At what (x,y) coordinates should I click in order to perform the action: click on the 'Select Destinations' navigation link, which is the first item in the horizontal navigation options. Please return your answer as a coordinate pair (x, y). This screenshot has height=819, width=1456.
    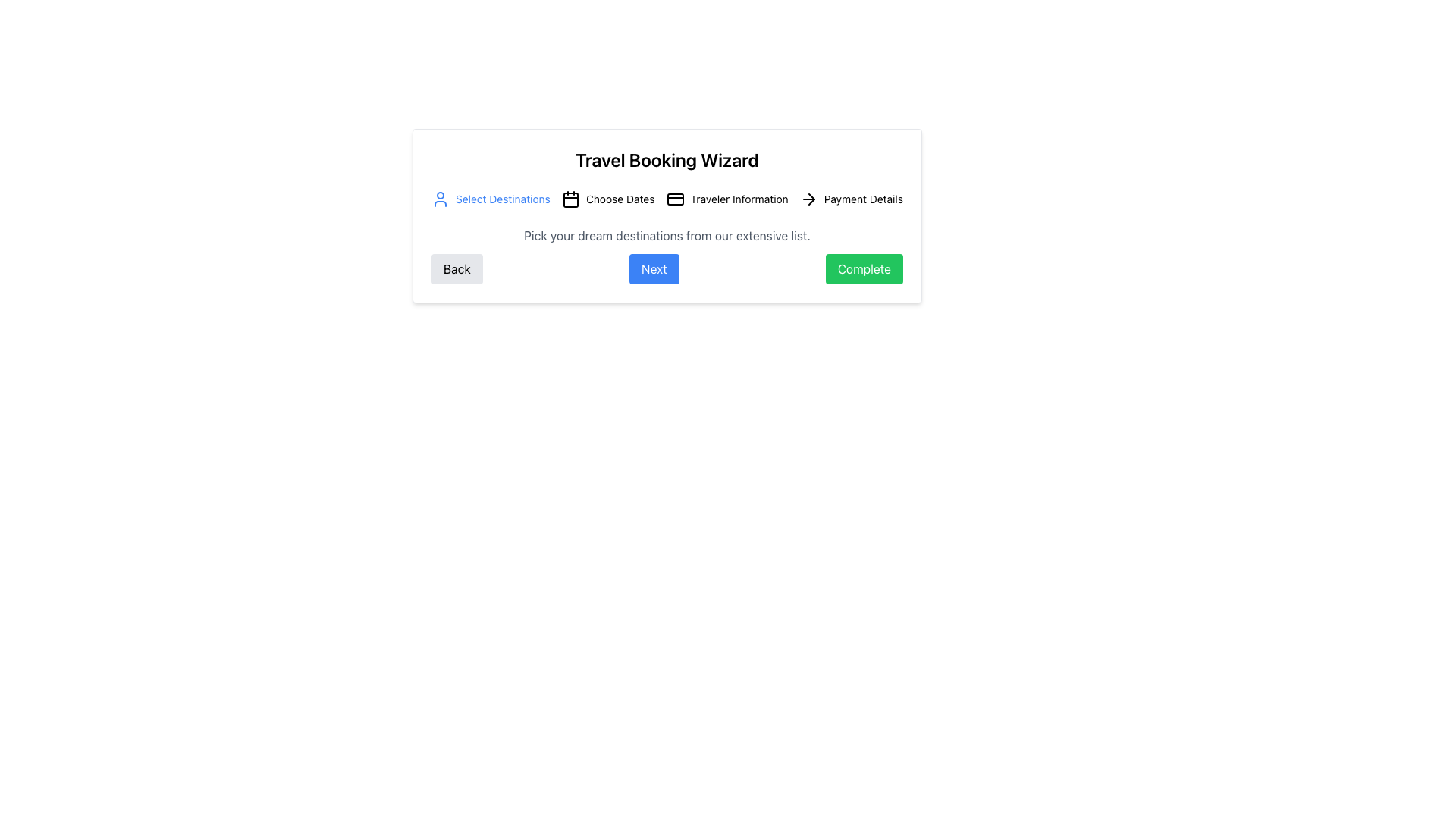
    Looking at the image, I should click on (491, 198).